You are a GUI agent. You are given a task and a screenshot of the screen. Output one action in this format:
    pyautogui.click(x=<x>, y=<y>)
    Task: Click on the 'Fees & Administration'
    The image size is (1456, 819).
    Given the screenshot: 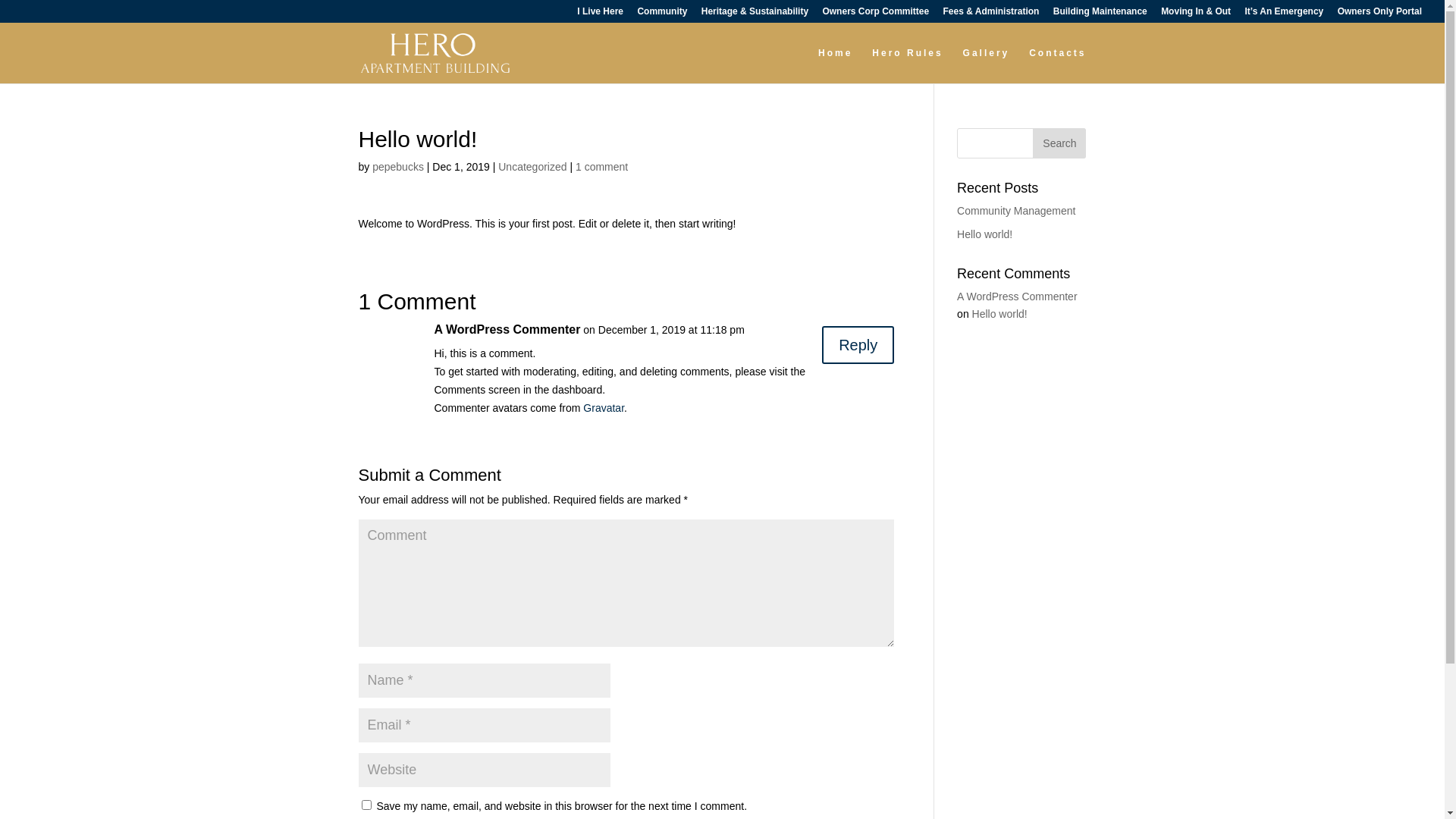 What is the action you would take?
    pyautogui.click(x=991, y=14)
    